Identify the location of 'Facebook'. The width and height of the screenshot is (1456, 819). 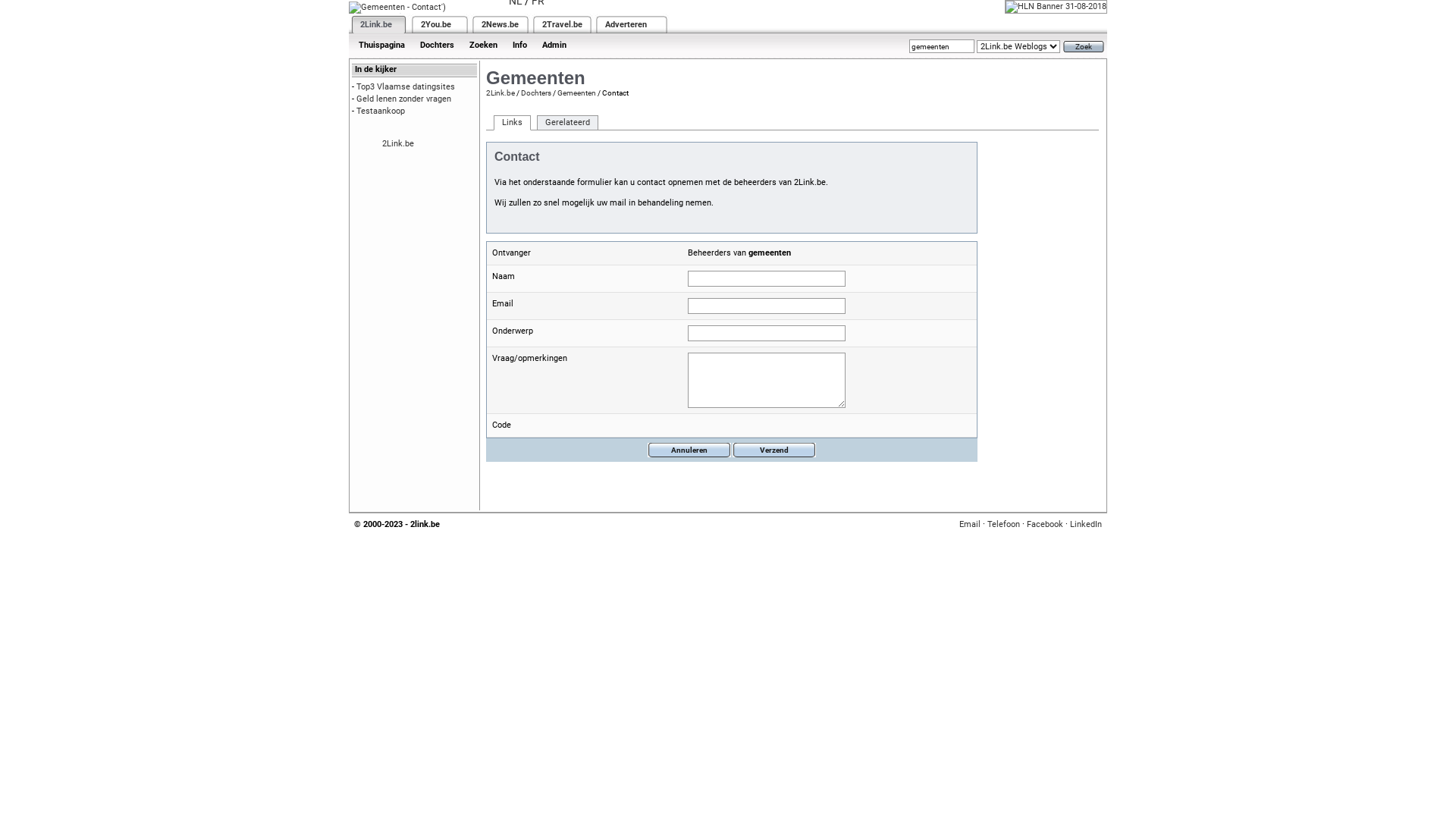
(1026, 523).